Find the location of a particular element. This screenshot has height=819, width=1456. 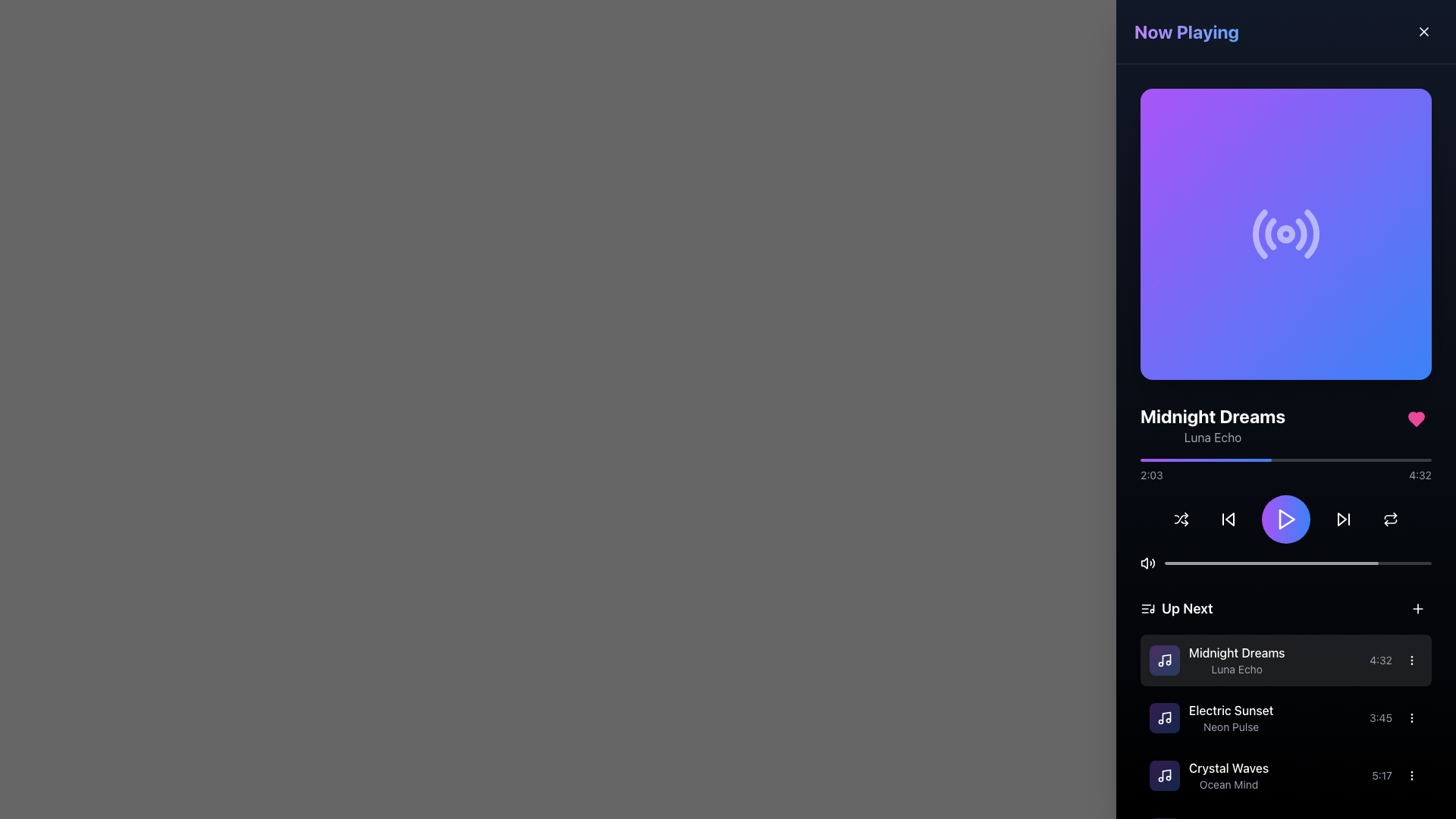

the progress bar is located at coordinates (1160, 459).